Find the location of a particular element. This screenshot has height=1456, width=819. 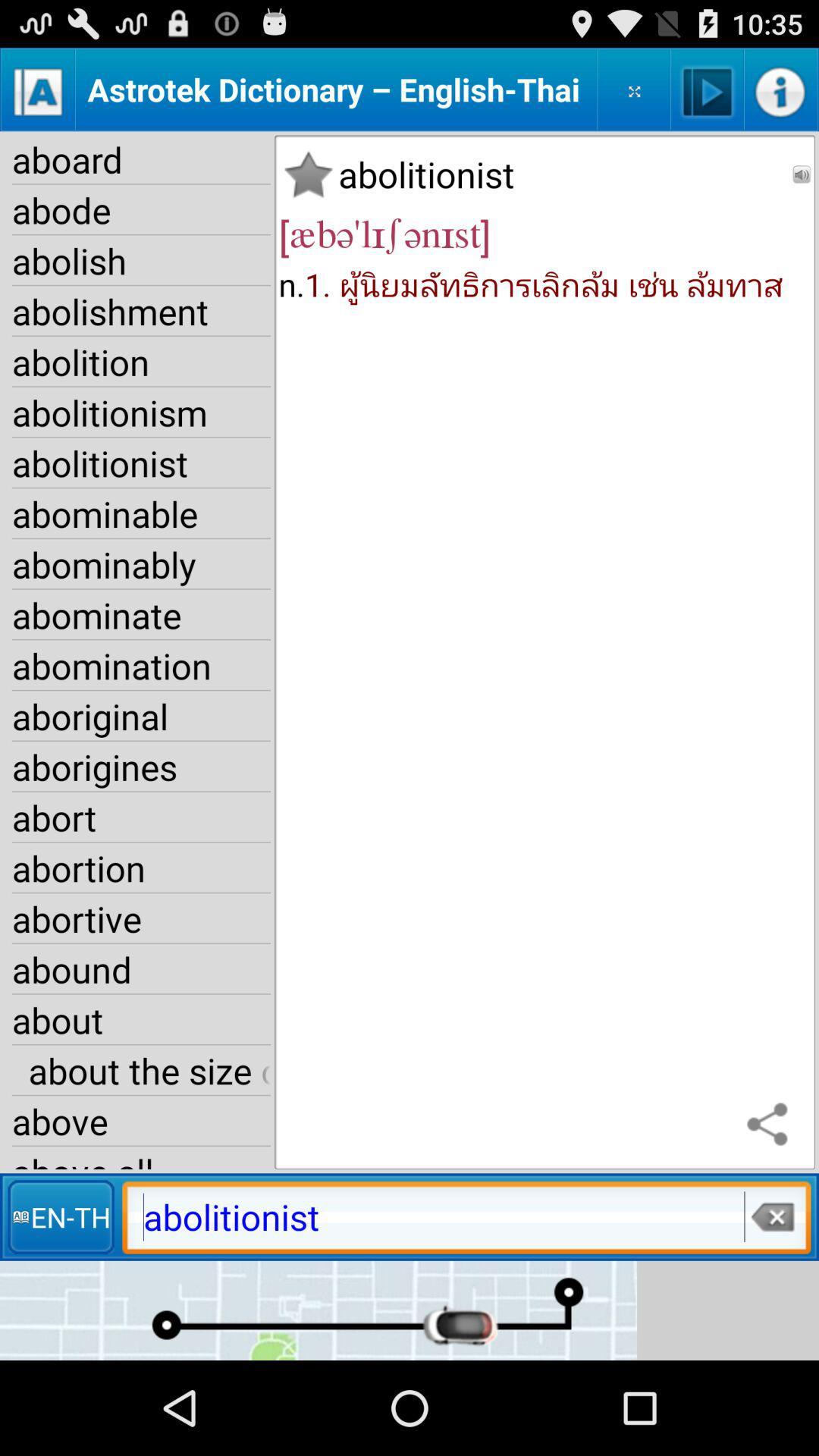

deletes entered text is located at coordinates (771, 1216).